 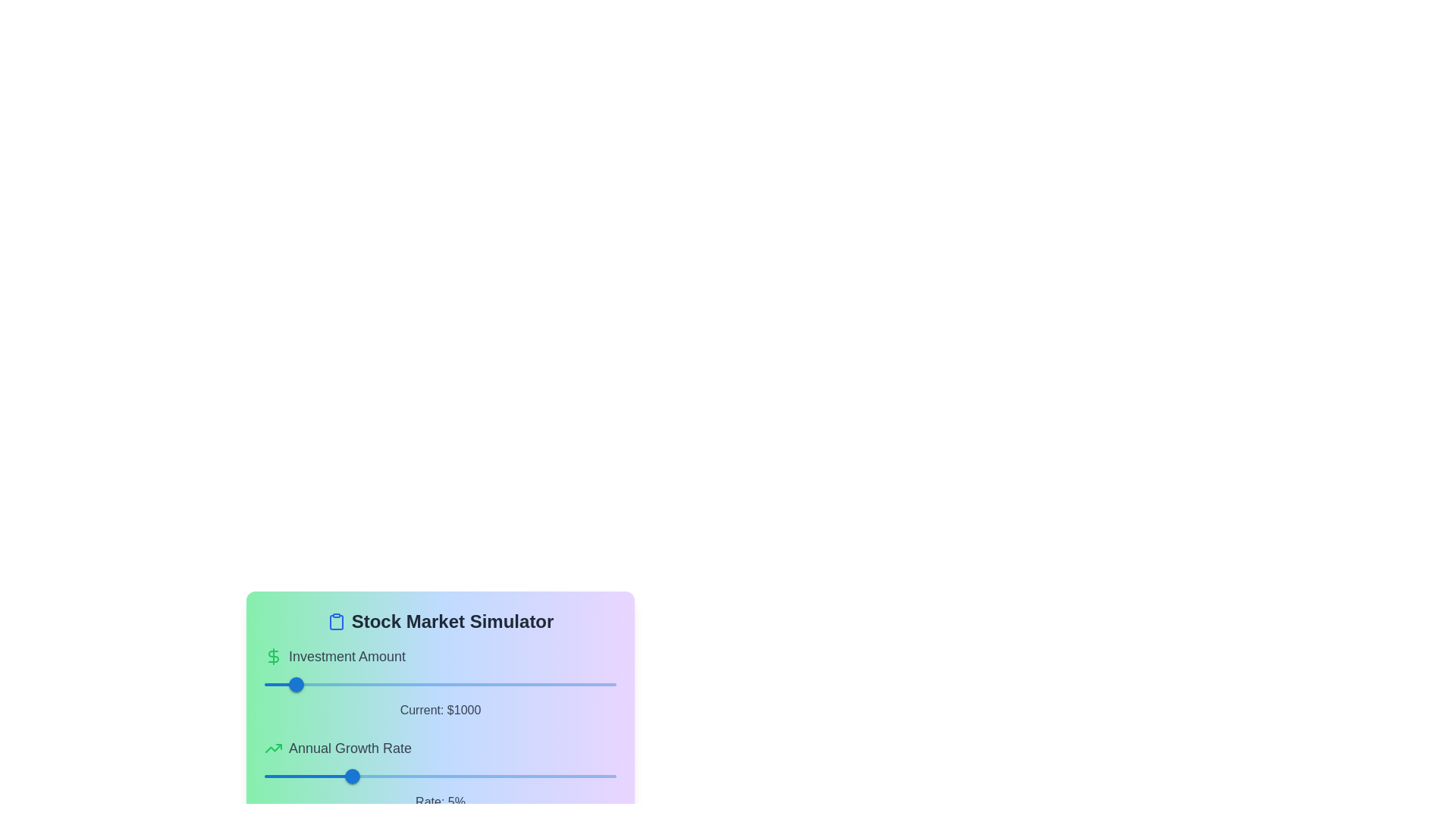 I want to click on the upward trending growth icon located to the left of the 'Annual Growth Rate' label, which serves a decorative and informational purpose, so click(x=273, y=748).